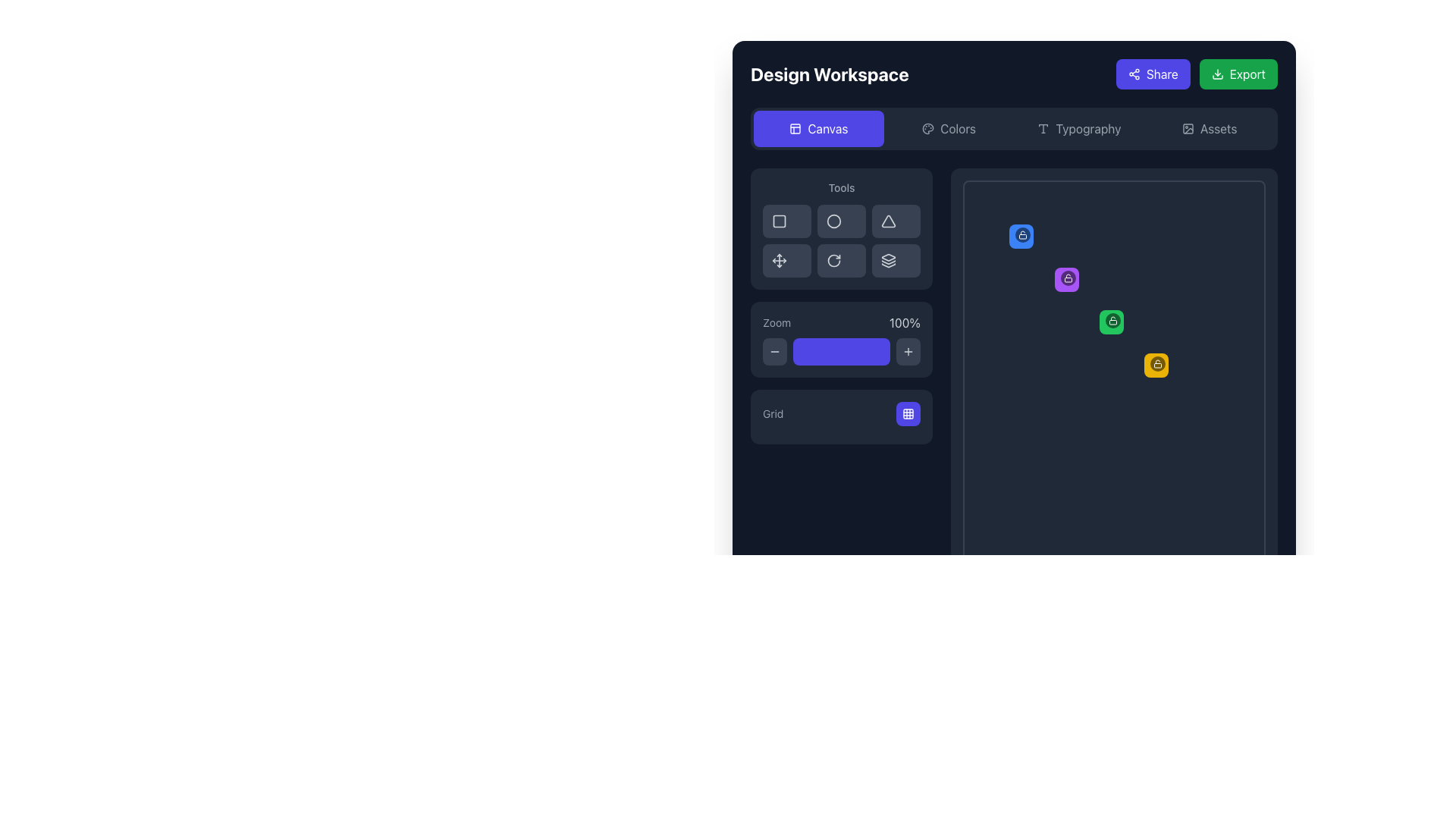 This screenshot has height=819, width=1456. I want to click on the Grid toggle icon located in the bottom section of the Tools panel, so click(908, 414).